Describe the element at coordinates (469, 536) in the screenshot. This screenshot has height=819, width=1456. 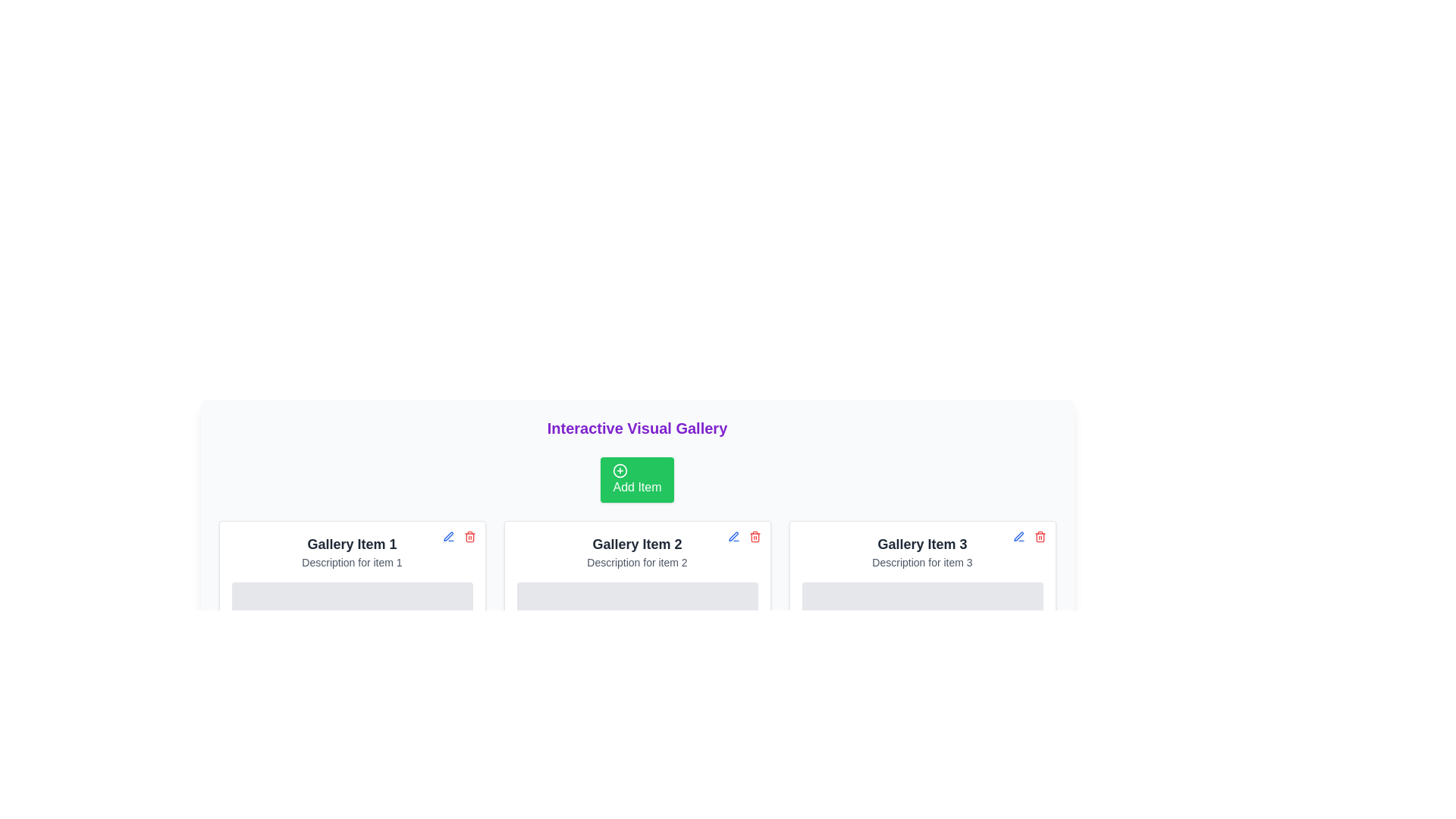
I see `the red trash bin icon representing delete functionality` at that location.